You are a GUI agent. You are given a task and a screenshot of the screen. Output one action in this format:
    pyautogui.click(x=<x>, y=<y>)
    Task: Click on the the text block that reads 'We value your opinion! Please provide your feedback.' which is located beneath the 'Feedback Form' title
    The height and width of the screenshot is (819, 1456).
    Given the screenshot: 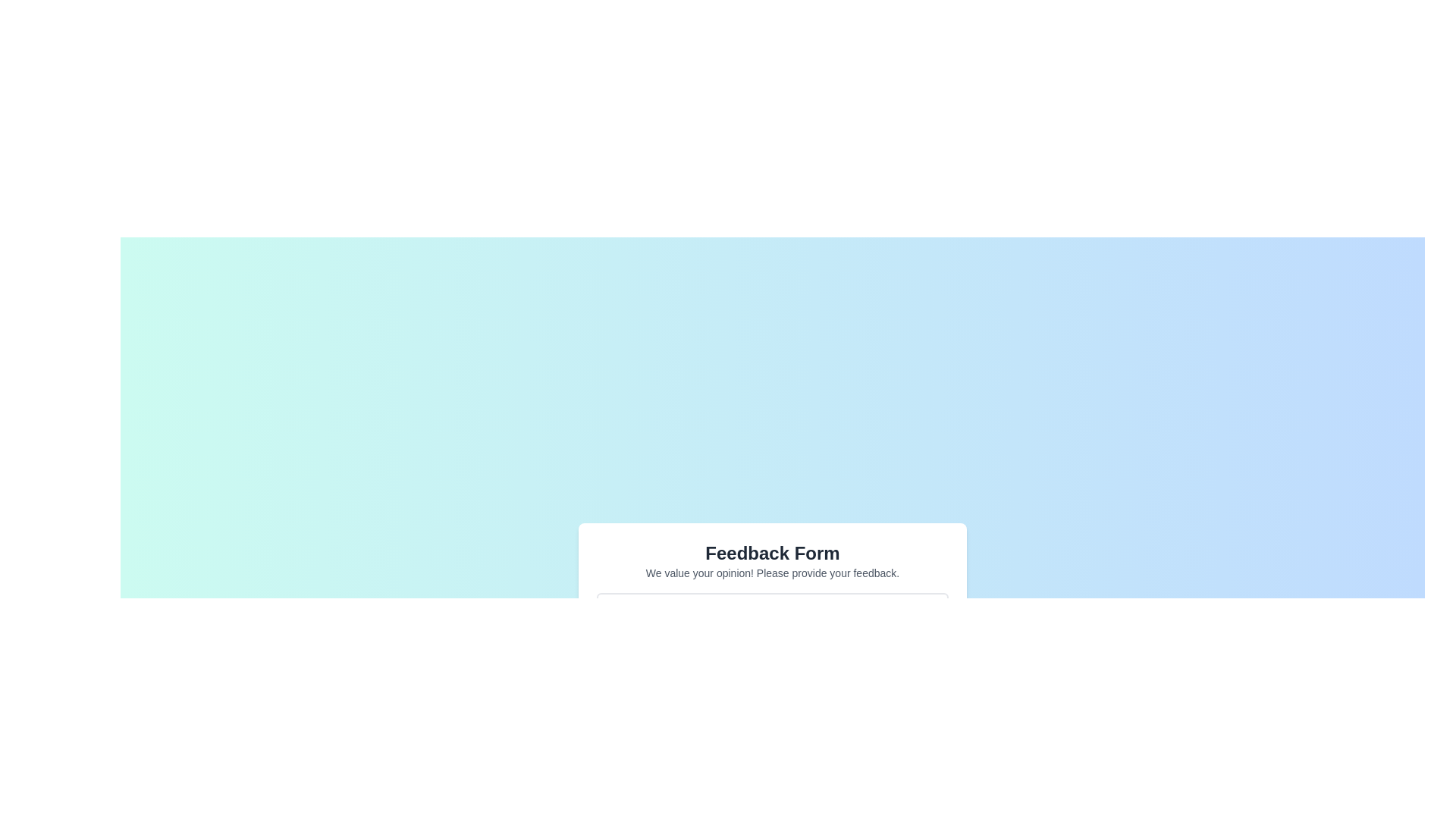 What is the action you would take?
    pyautogui.click(x=772, y=573)
    